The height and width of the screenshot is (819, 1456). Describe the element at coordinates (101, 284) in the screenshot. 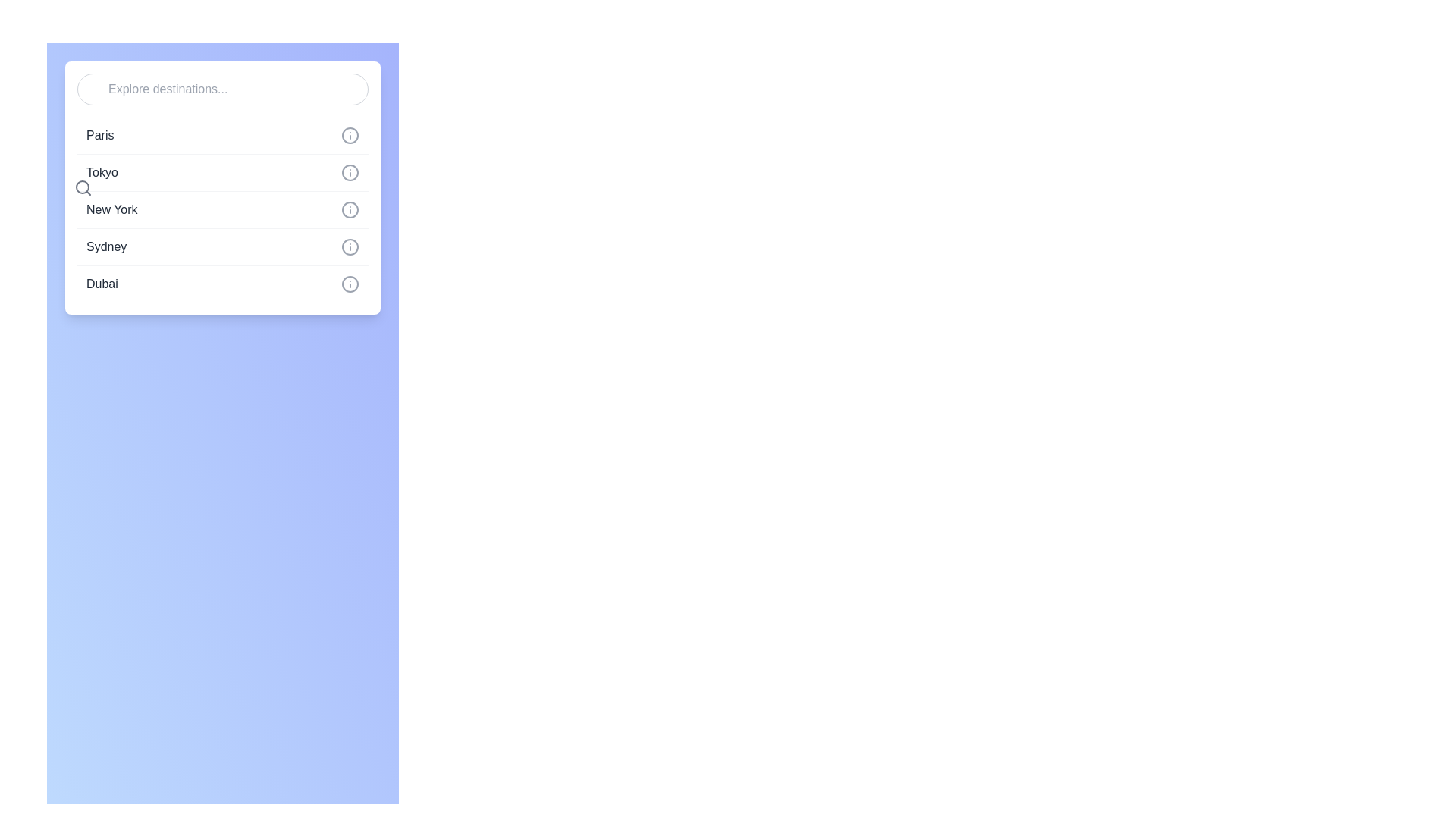

I see `the 'Dubai' text label, which is styled with a medium-weight font in gray color and positioned in the bottom row of a list of city names, to the left of an information icon and below 'Sydney'` at that location.